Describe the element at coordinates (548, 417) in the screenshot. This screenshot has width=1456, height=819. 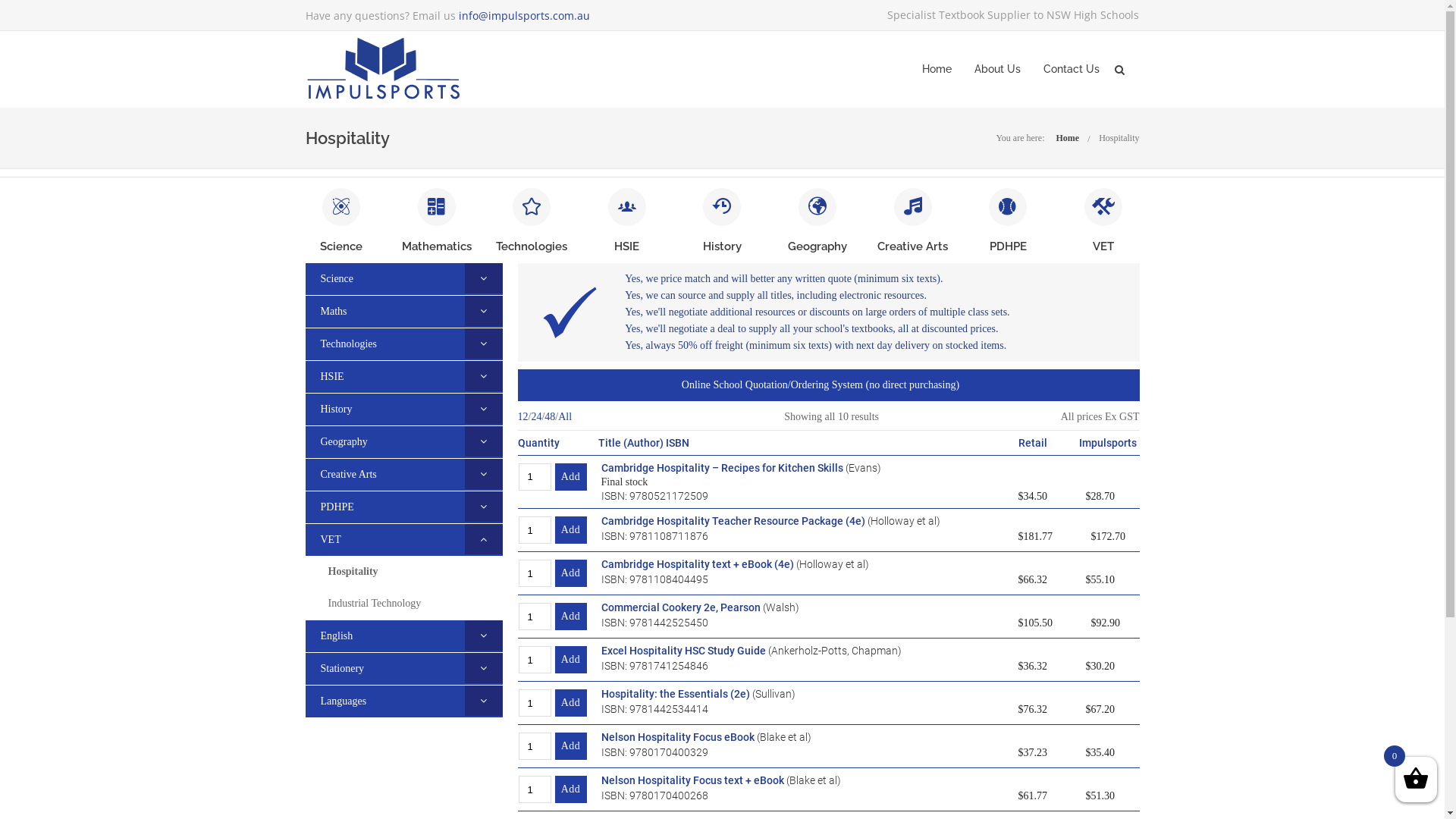
I see `'48'` at that location.